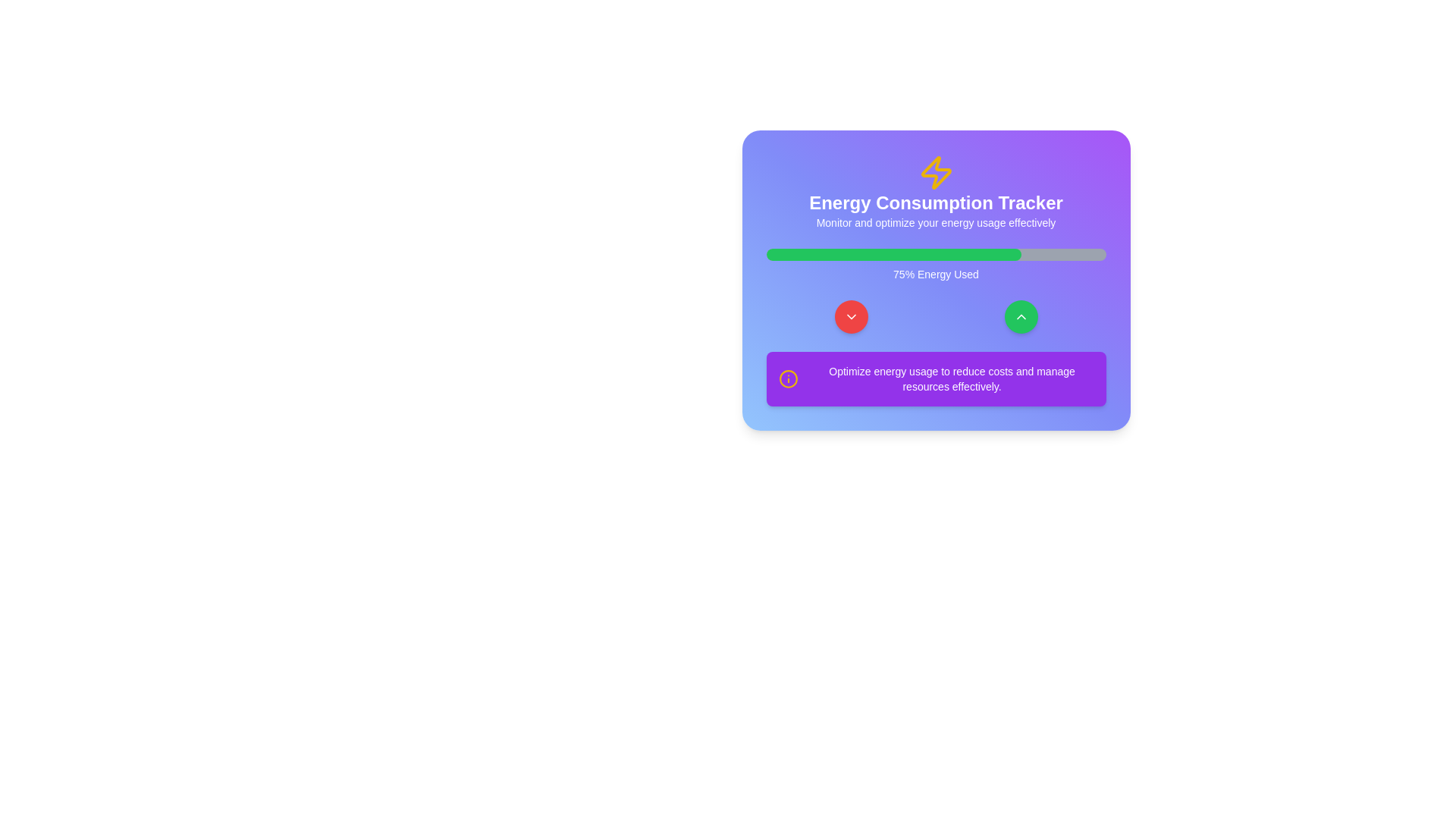 This screenshot has width=1456, height=819. What do you see at coordinates (935, 275) in the screenshot?
I see `information displayed on the text label showing '75% Energy Used', which is centered beneath the progress bar in a card interface` at bounding box center [935, 275].